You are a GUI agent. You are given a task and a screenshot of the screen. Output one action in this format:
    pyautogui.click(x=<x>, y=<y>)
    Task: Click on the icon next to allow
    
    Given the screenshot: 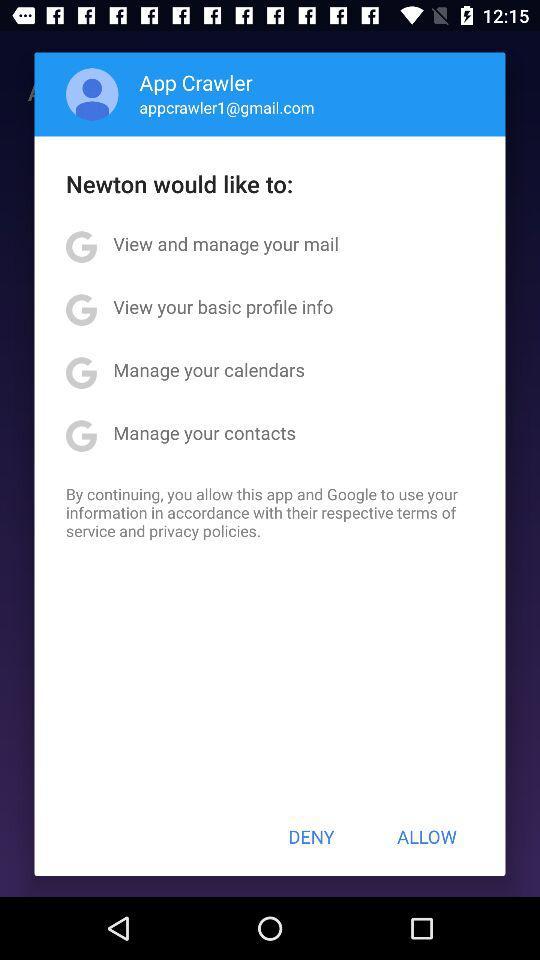 What is the action you would take?
    pyautogui.click(x=311, y=836)
    